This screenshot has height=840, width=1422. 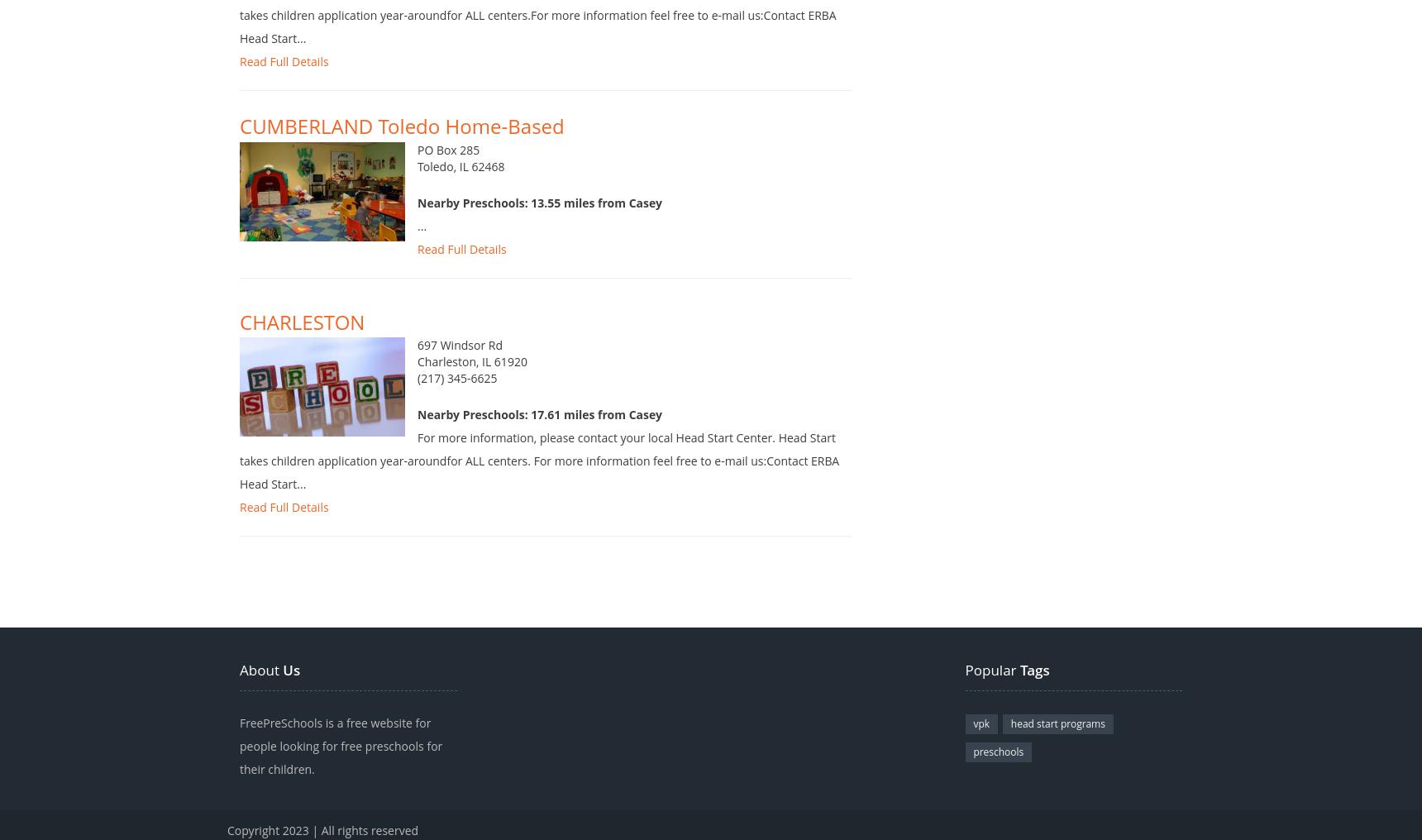 I want to click on 'PO Box 285', so click(x=448, y=167).